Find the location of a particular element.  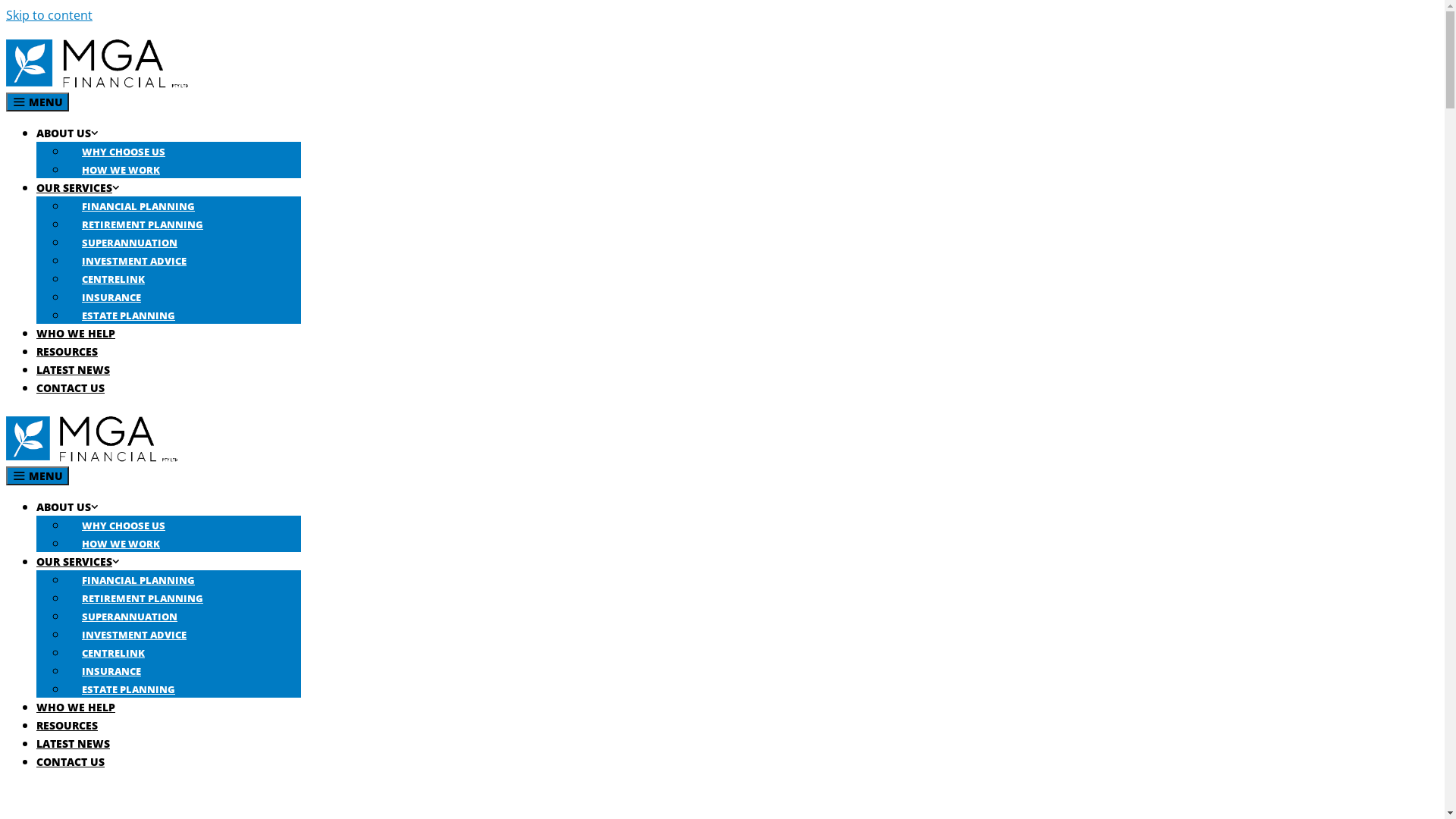

'FINANCIAL PLANNING' is located at coordinates (138, 206).